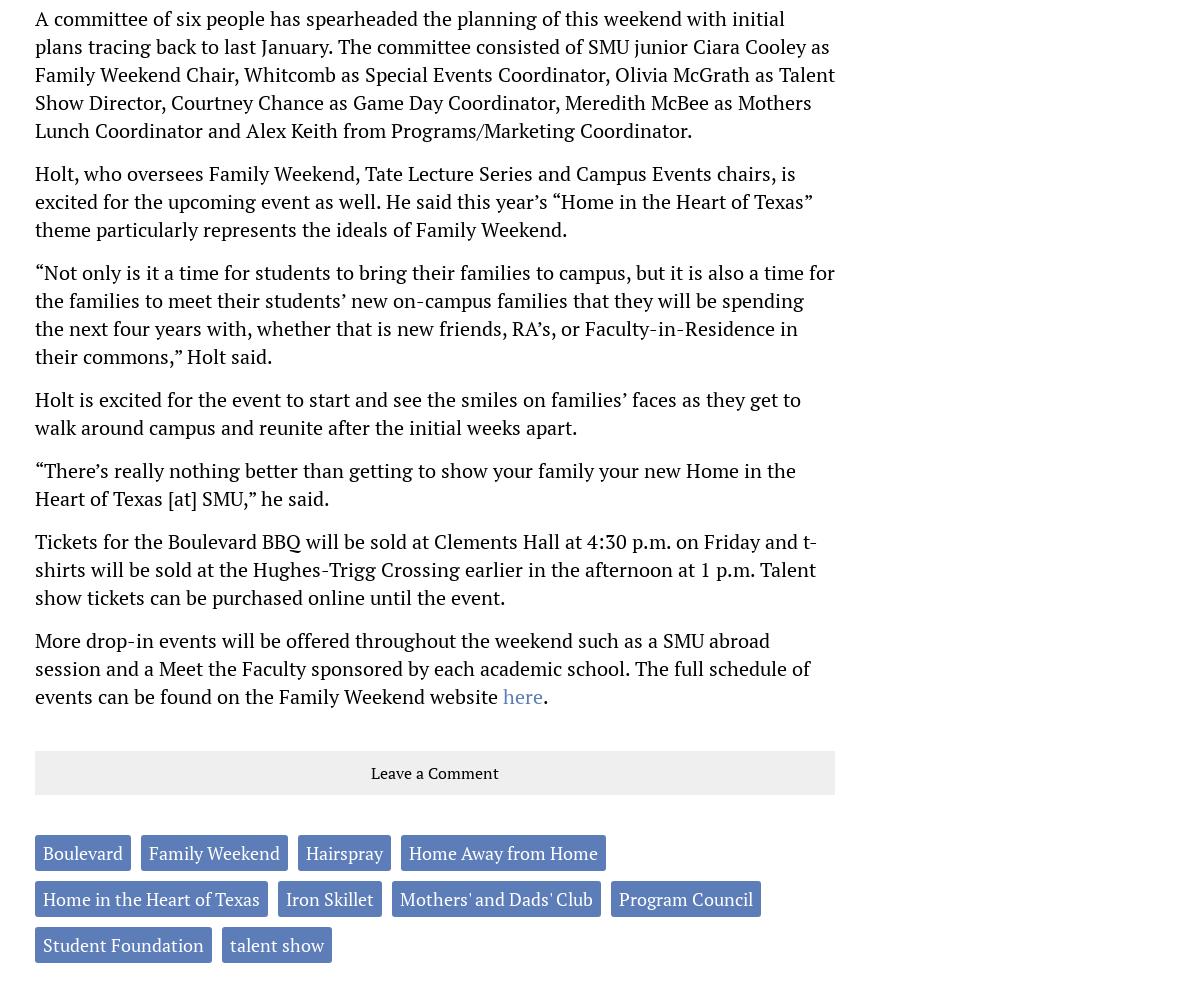  I want to click on 'Holt, who oversees Family Weekend, Tate Lecture Series and Campus Events chairs, is excited for the upcoming event as well. He said this year’s “Home in the Heart of Texas” theme particularly represents the ideals of Family Weekend.', so click(422, 199).